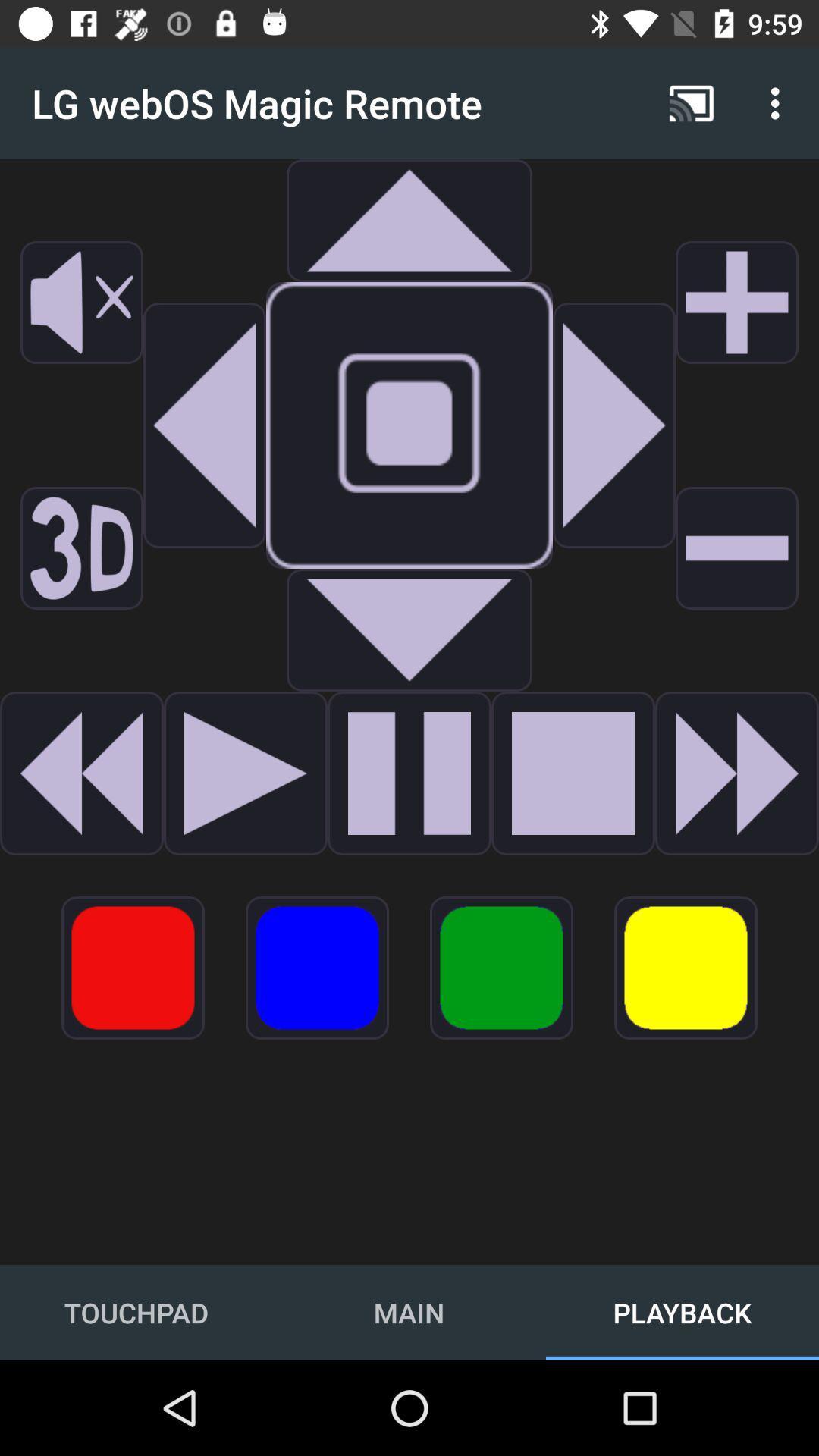 Image resolution: width=819 pixels, height=1456 pixels. I want to click on icon below the lg webos magic item, so click(82, 302).